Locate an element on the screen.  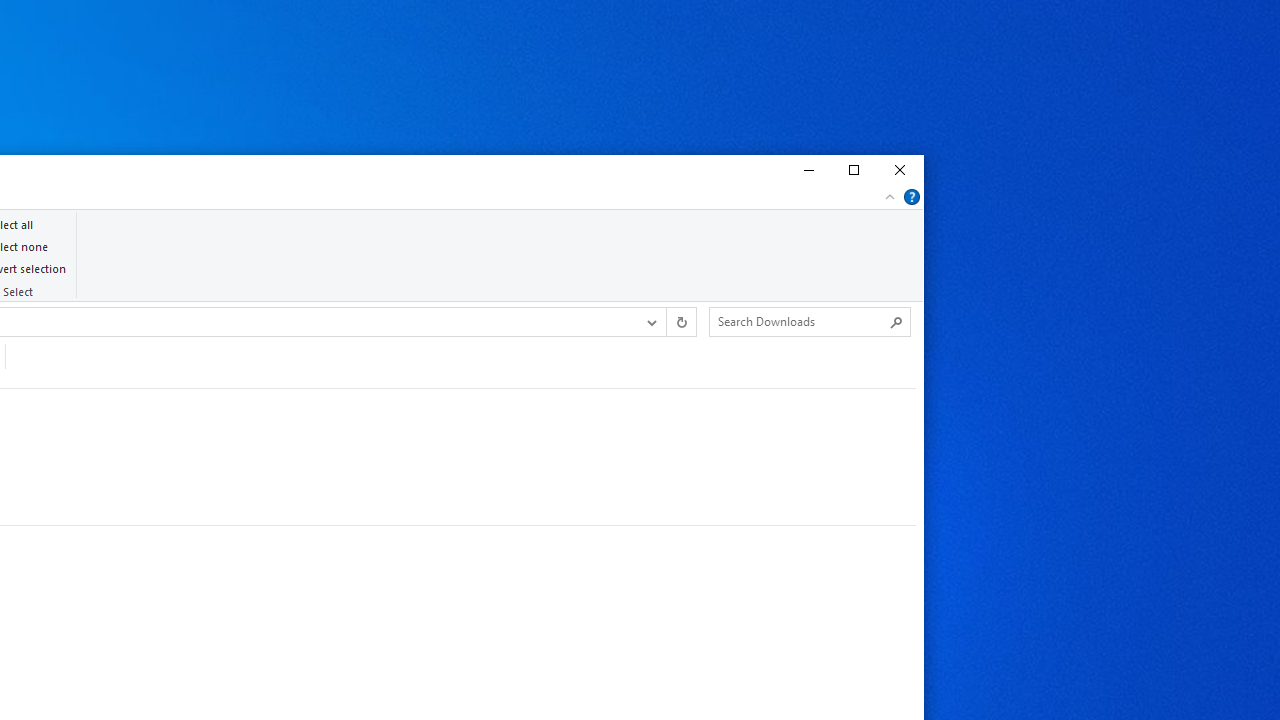
'Help' is located at coordinates (911, 196).